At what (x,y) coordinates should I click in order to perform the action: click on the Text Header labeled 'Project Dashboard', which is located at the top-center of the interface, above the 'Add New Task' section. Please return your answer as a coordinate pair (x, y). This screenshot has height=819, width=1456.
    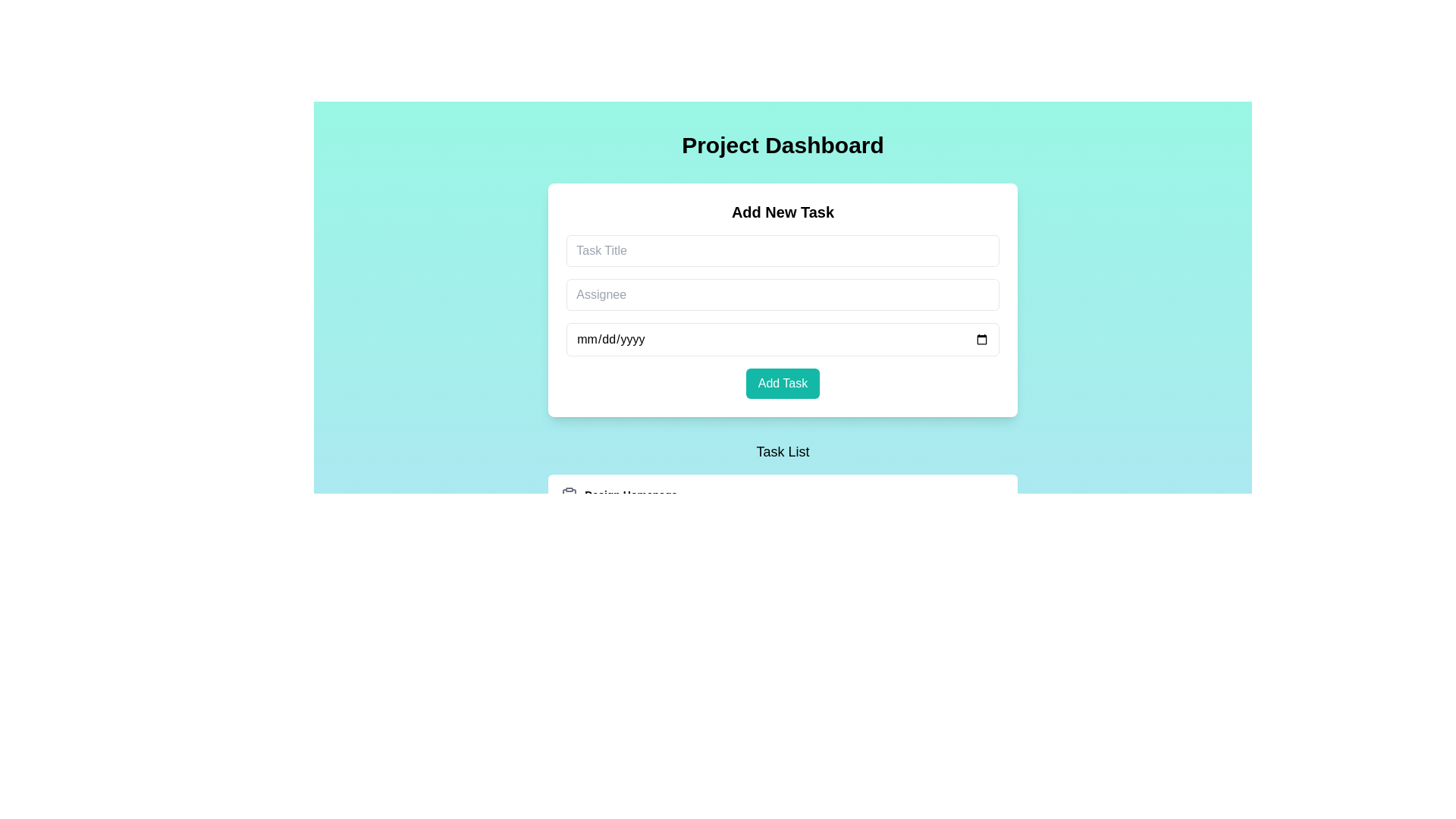
    Looking at the image, I should click on (783, 146).